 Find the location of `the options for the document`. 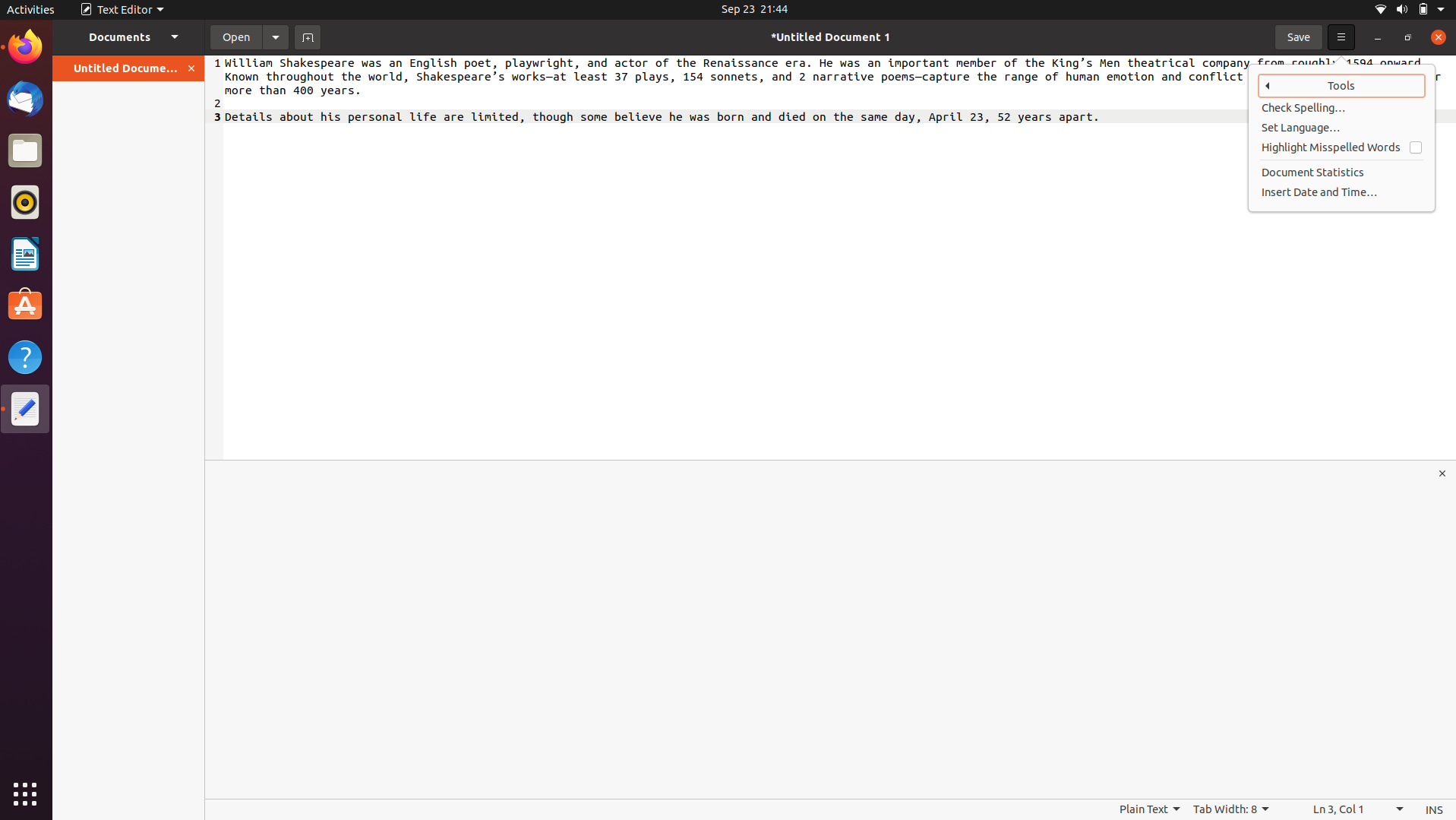

the options for the document is located at coordinates (275, 36).